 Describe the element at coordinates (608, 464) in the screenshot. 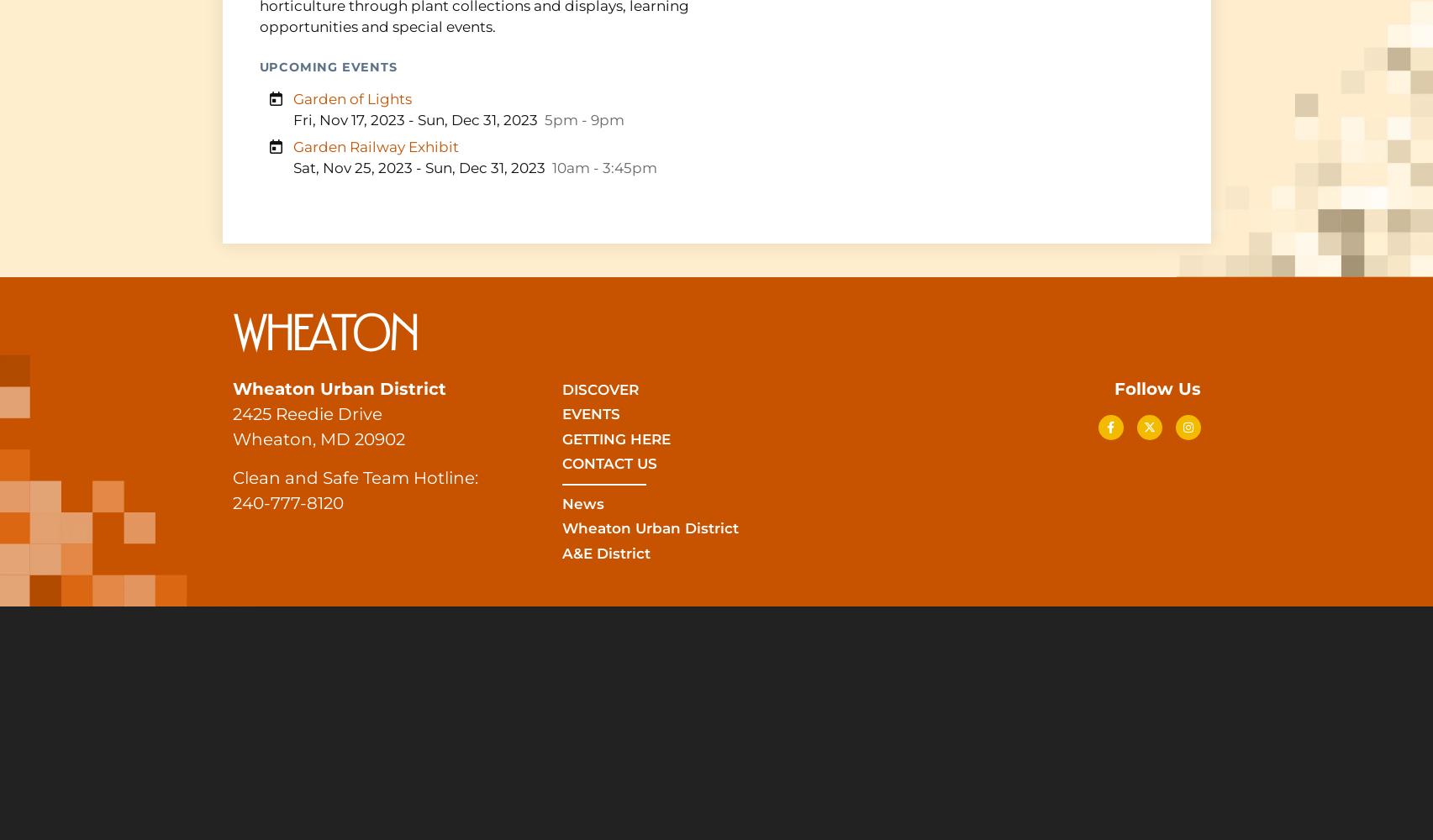

I see `'Contact Us'` at that location.